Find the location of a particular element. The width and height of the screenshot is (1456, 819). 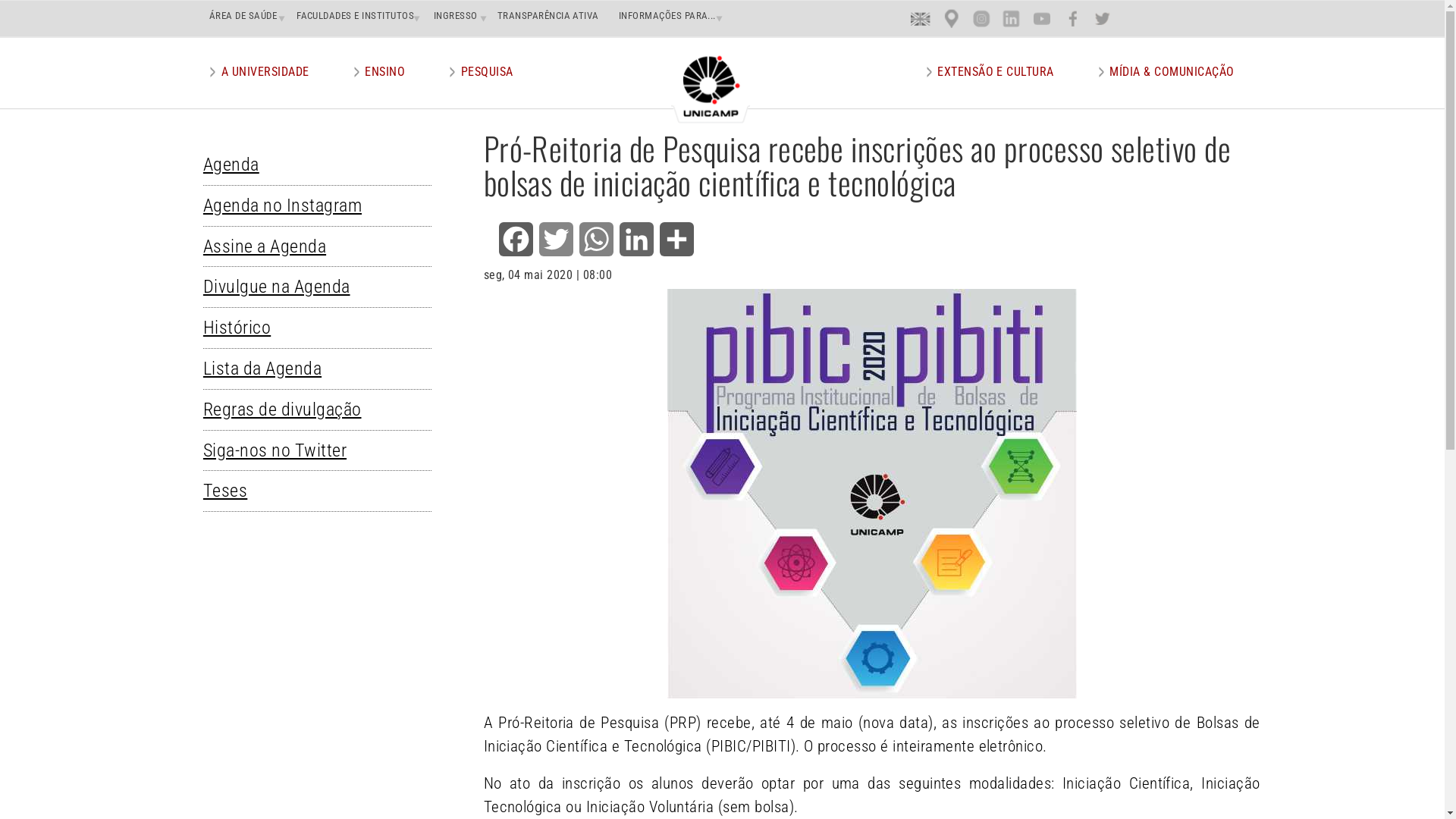

'You' is located at coordinates (1040, 18).